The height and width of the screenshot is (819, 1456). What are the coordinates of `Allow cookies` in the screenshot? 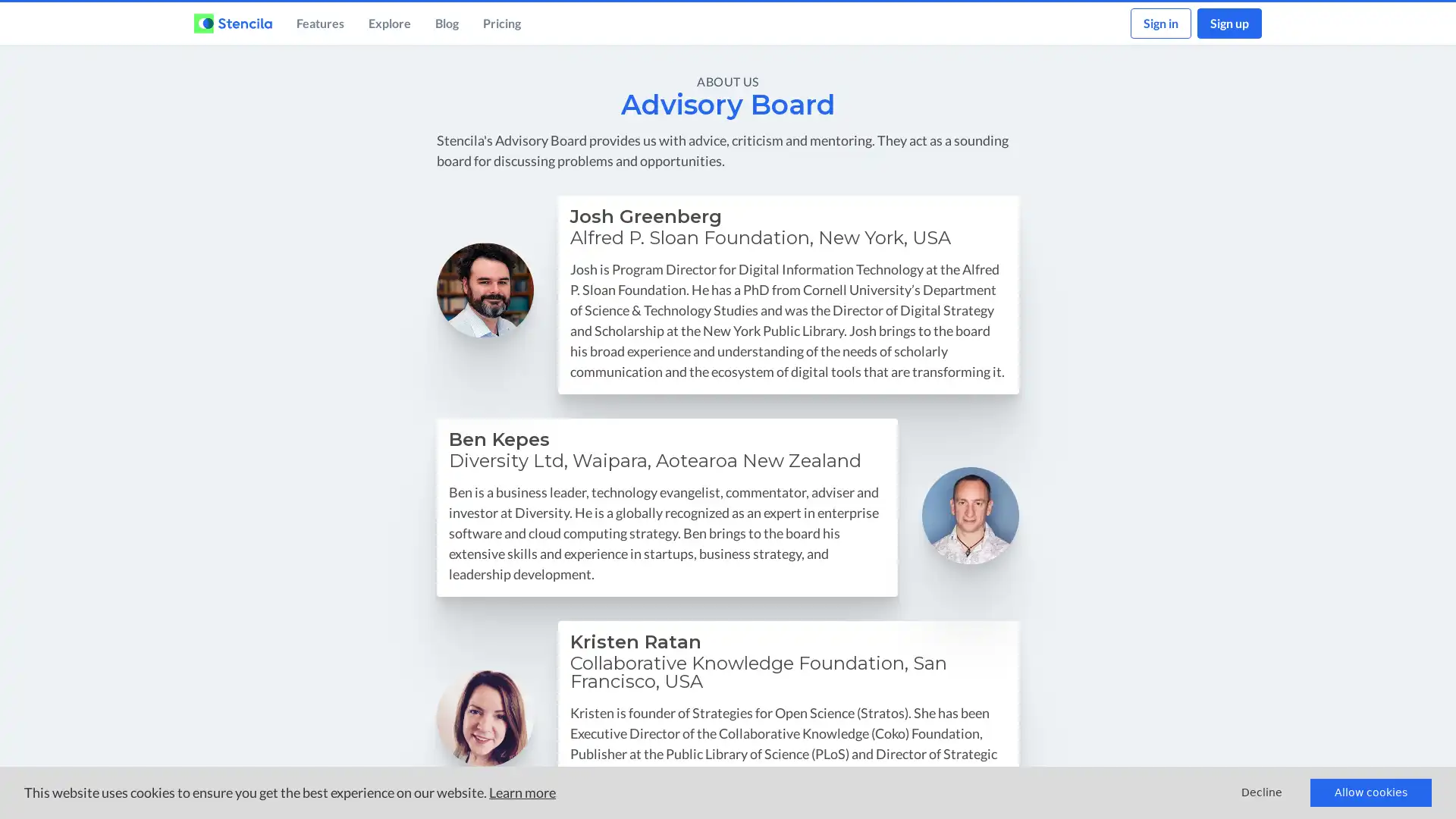 It's located at (1371, 792).